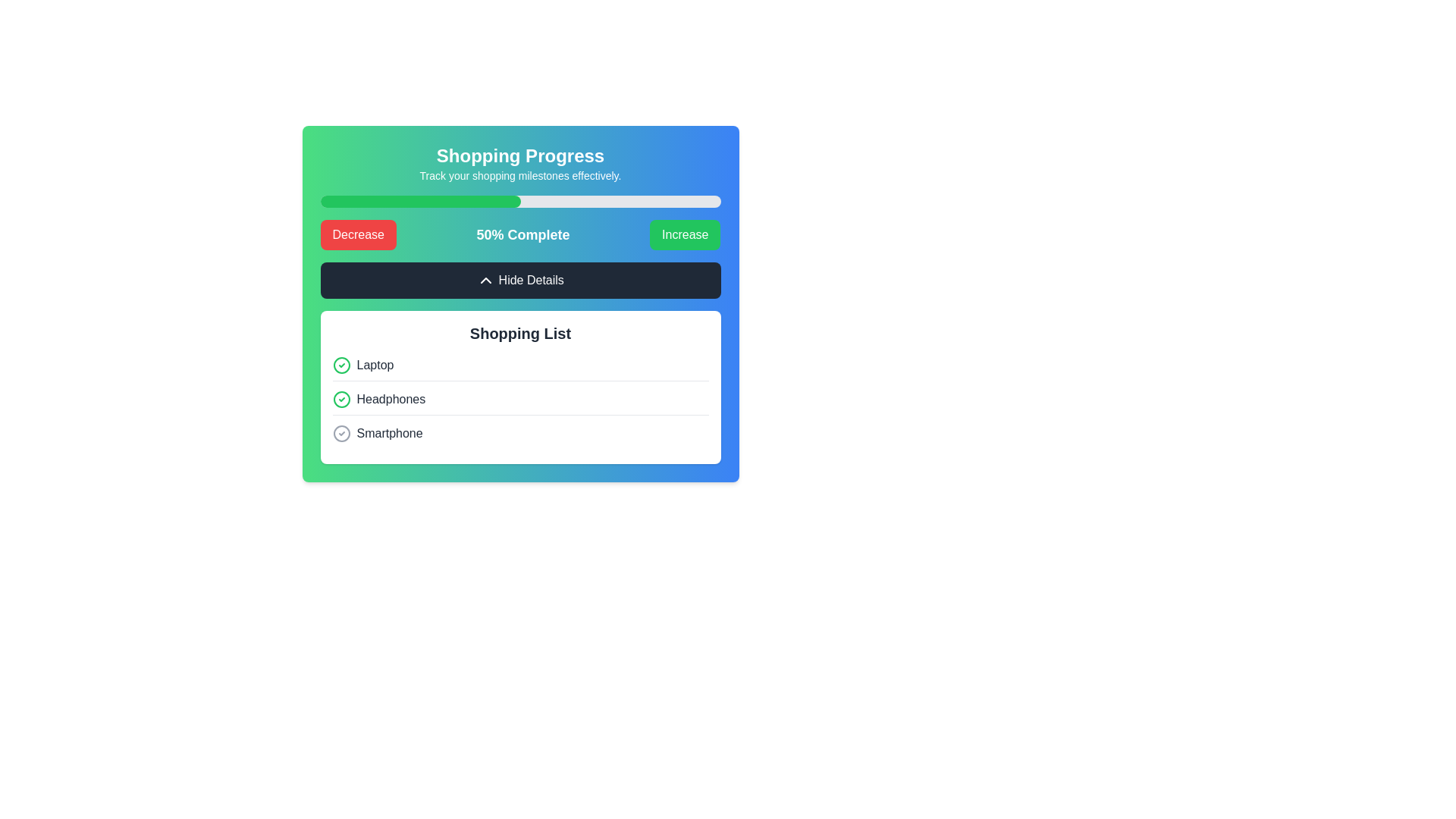 This screenshot has width=1456, height=819. I want to click on the text phrase 'Track your shopping milestones effectively.' which is located directly below the 'Shopping Progress' title and is centrally aligned within the interface, so click(520, 174).